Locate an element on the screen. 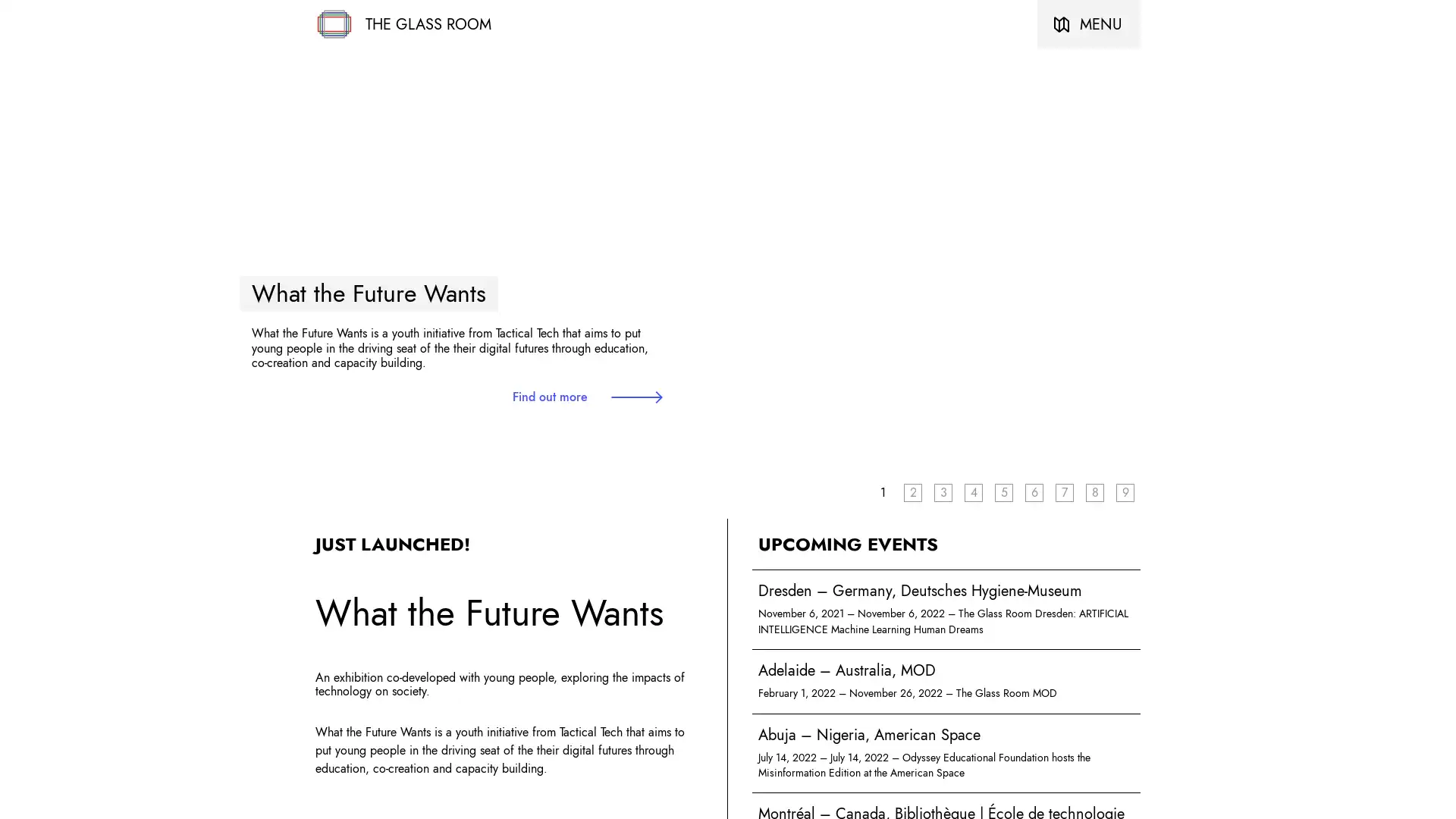 This screenshot has width=1456, height=819. slide item 5 is located at coordinates (1004, 491).